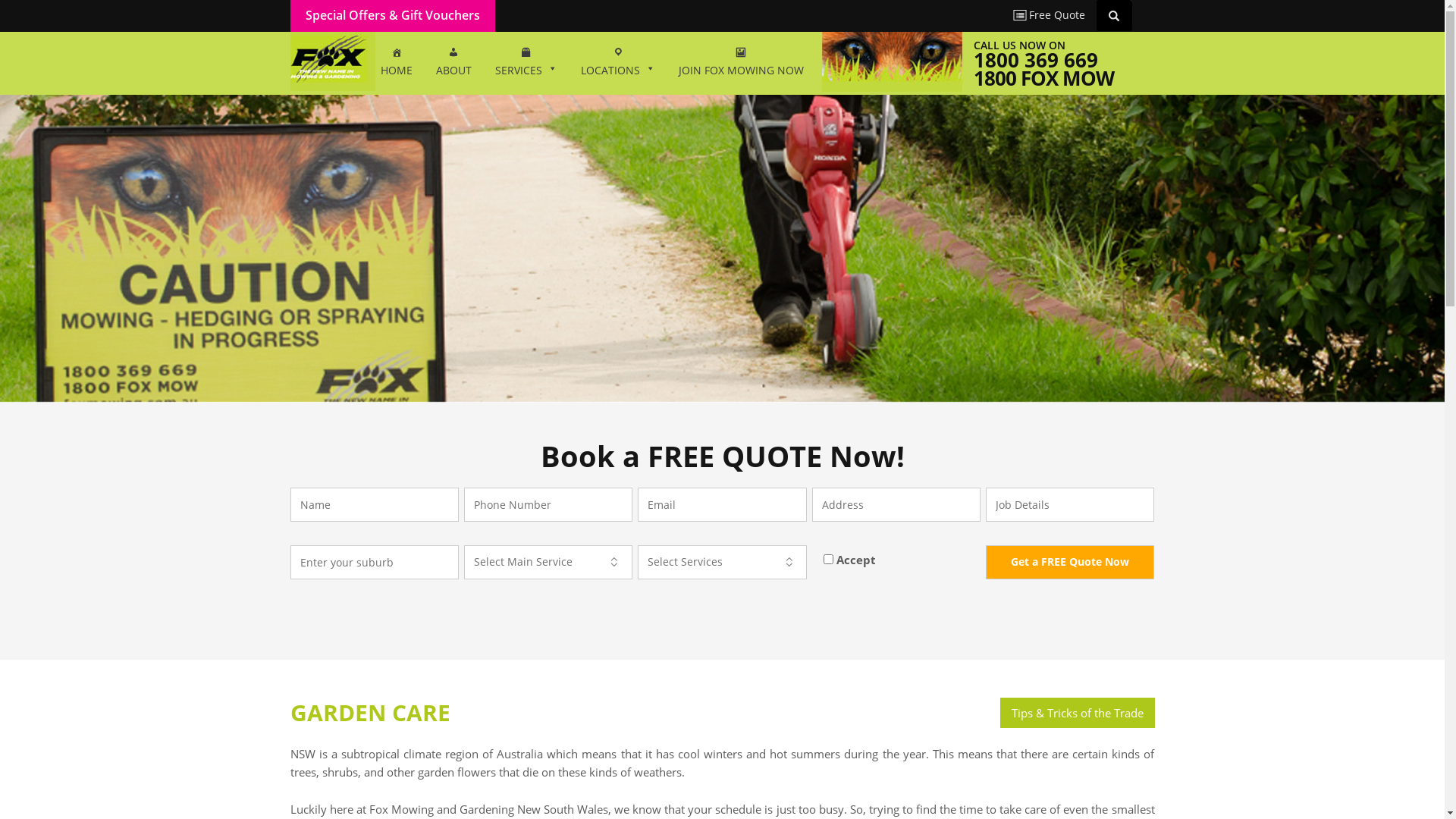  Describe the element at coordinates (1076, 713) in the screenshot. I see `'Tips & Tricks of the Trade'` at that location.